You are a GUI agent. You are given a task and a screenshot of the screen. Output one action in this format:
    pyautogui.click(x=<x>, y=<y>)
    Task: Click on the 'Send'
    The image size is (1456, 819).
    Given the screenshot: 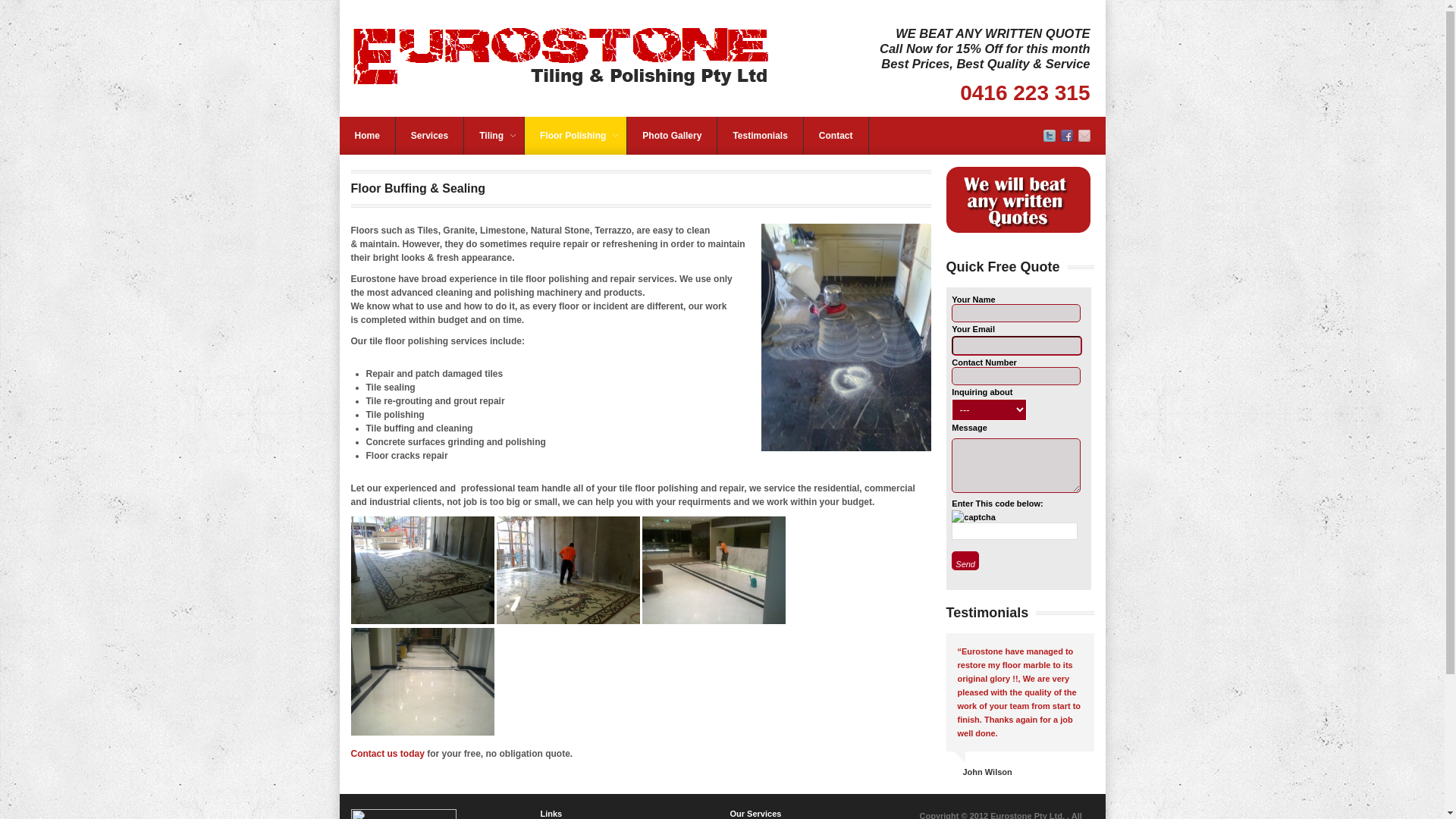 What is the action you would take?
    pyautogui.click(x=964, y=560)
    